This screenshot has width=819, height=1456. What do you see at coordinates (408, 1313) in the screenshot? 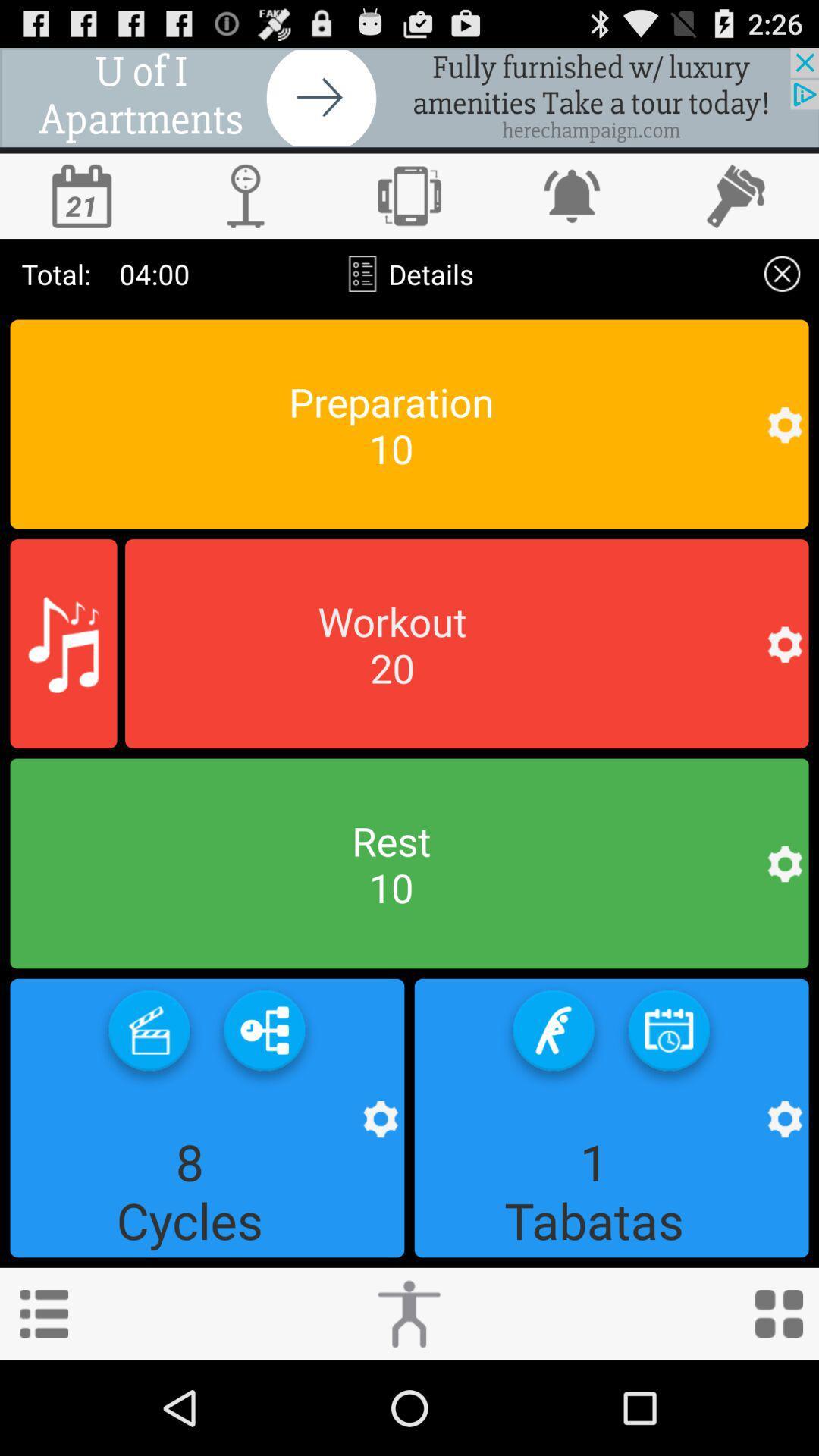
I see `workout icon` at bounding box center [408, 1313].